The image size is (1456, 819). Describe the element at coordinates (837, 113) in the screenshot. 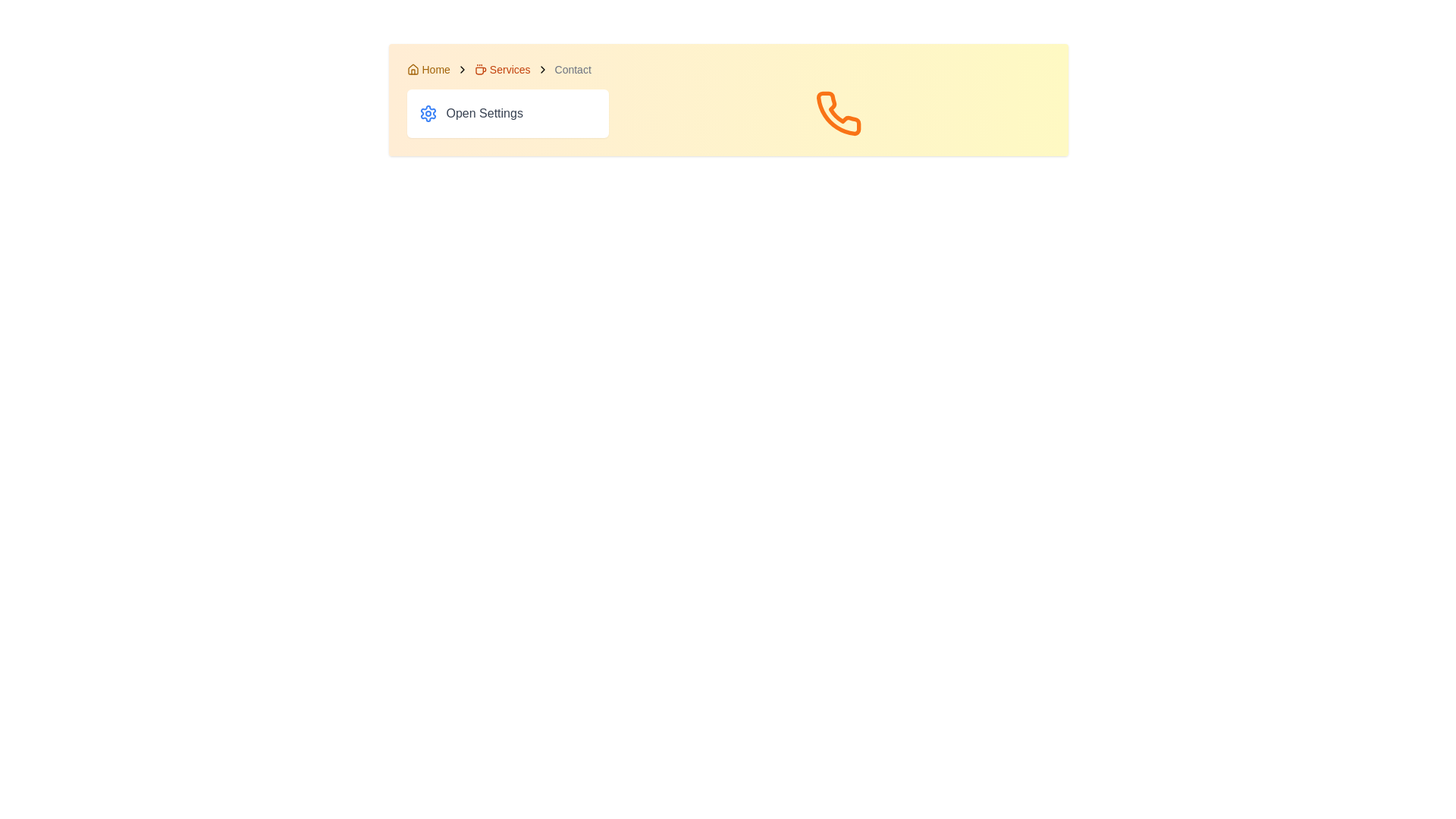

I see `the phone icon located in the upper right section of the light yellow background bar` at that location.